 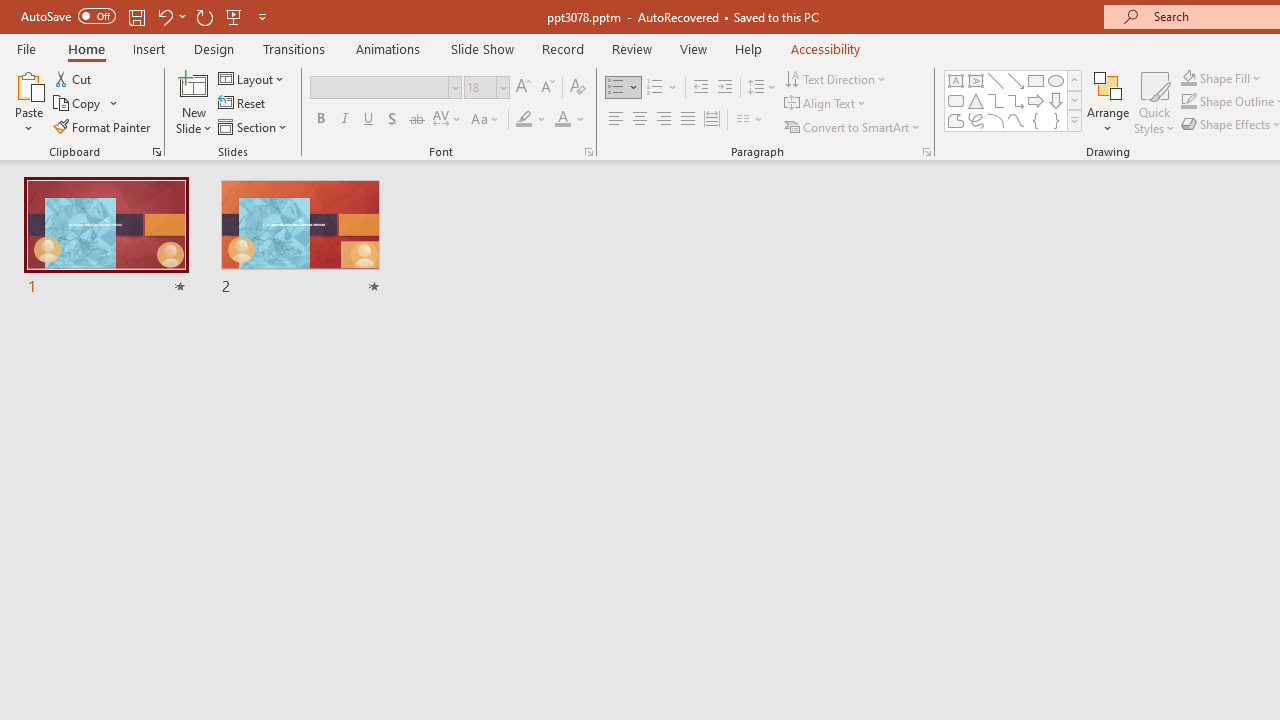 I want to click on 'Shape Fill Dark Green, Accent 2', so click(x=1189, y=77).